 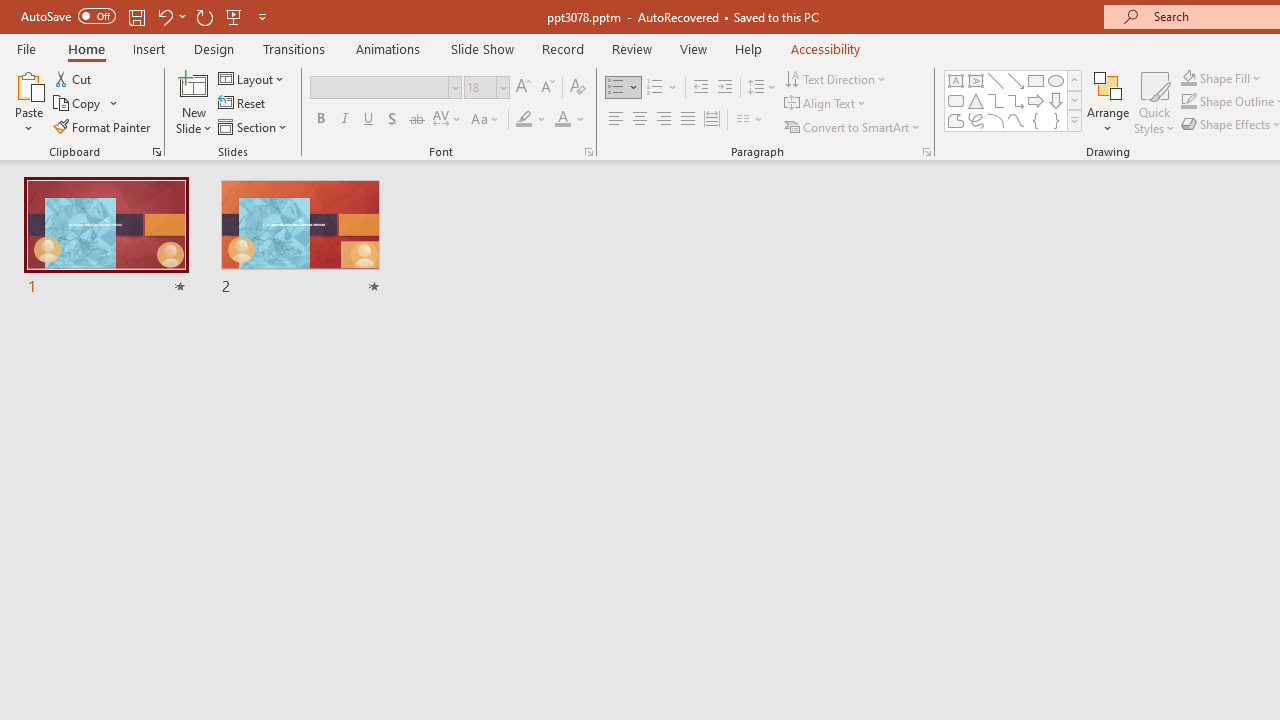 I want to click on 'Shape Fill Dark Green, Accent 2', so click(x=1189, y=77).